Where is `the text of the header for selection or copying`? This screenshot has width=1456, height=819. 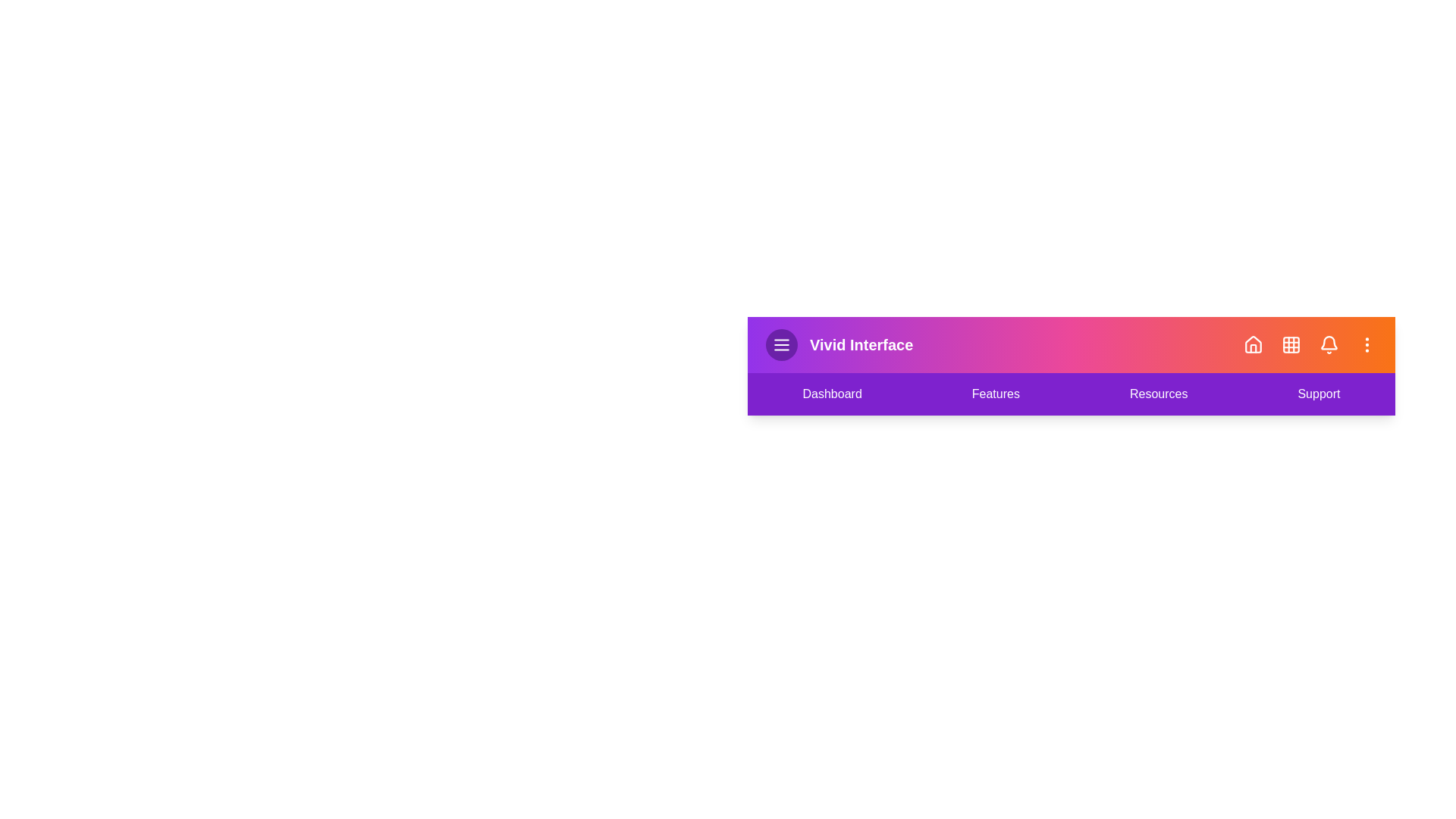
the text of the header for selection or copying is located at coordinates (809, 333).